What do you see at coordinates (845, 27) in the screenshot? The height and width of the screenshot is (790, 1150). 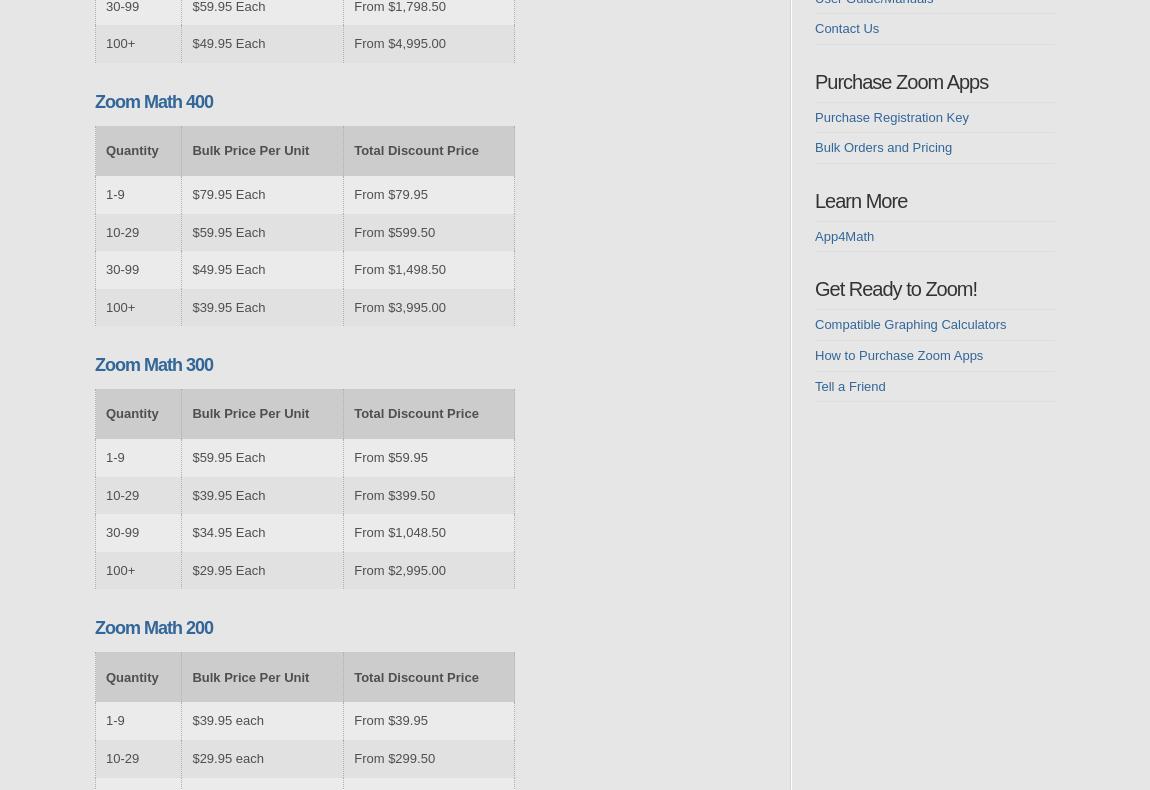 I see `'Contact Us'` at bounding box center [845, 27].